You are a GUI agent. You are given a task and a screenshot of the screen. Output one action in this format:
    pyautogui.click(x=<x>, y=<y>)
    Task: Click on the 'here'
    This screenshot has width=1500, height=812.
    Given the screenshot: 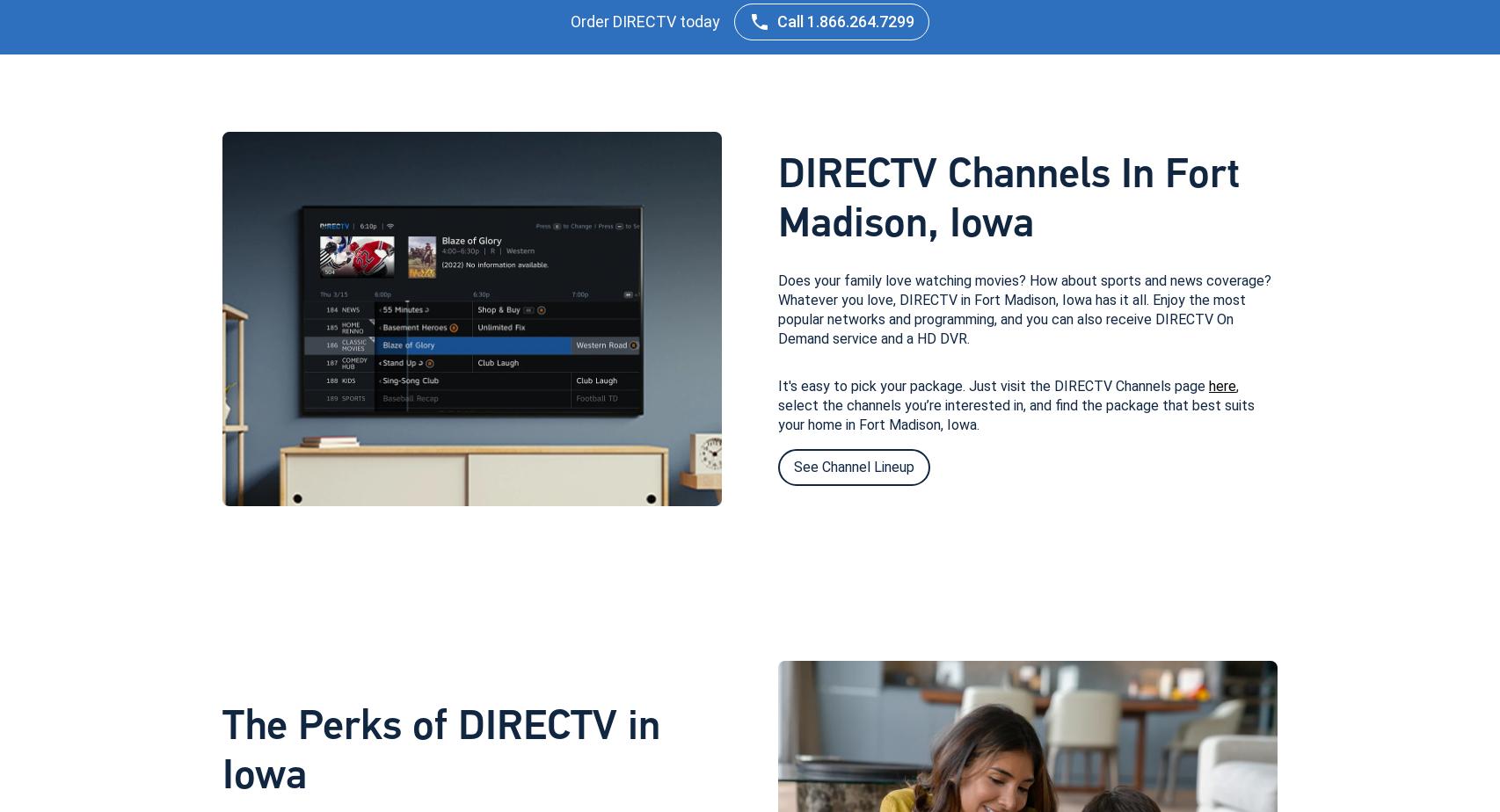 What is the action you would take?
    pyautogui.click(x=1221, y=385)
    